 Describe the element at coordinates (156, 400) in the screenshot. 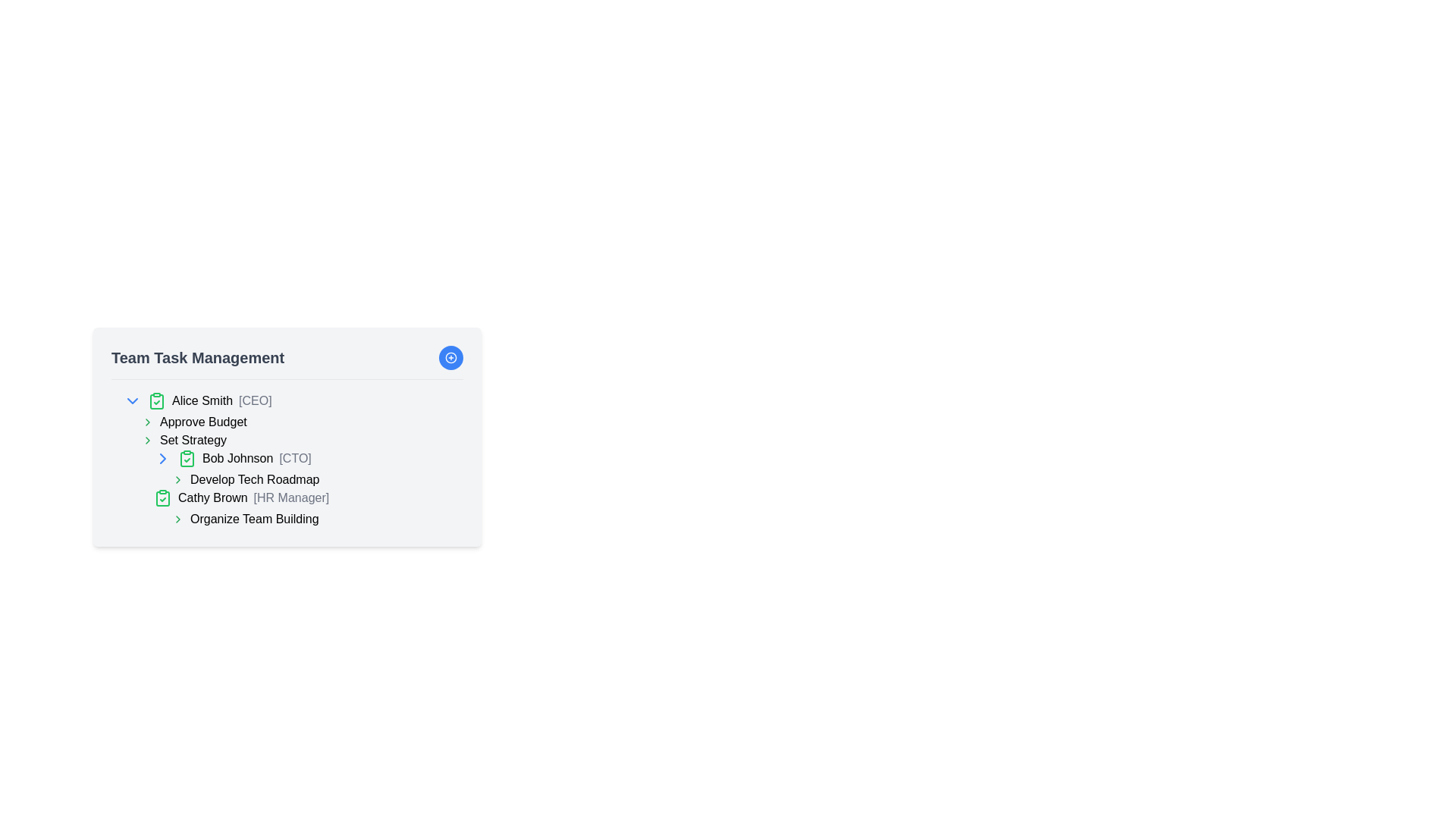

I see `the green clipboard icon with a checkmark next to 'Alice Smith [CEO]' in the top-left corner of the list interface` at that location.